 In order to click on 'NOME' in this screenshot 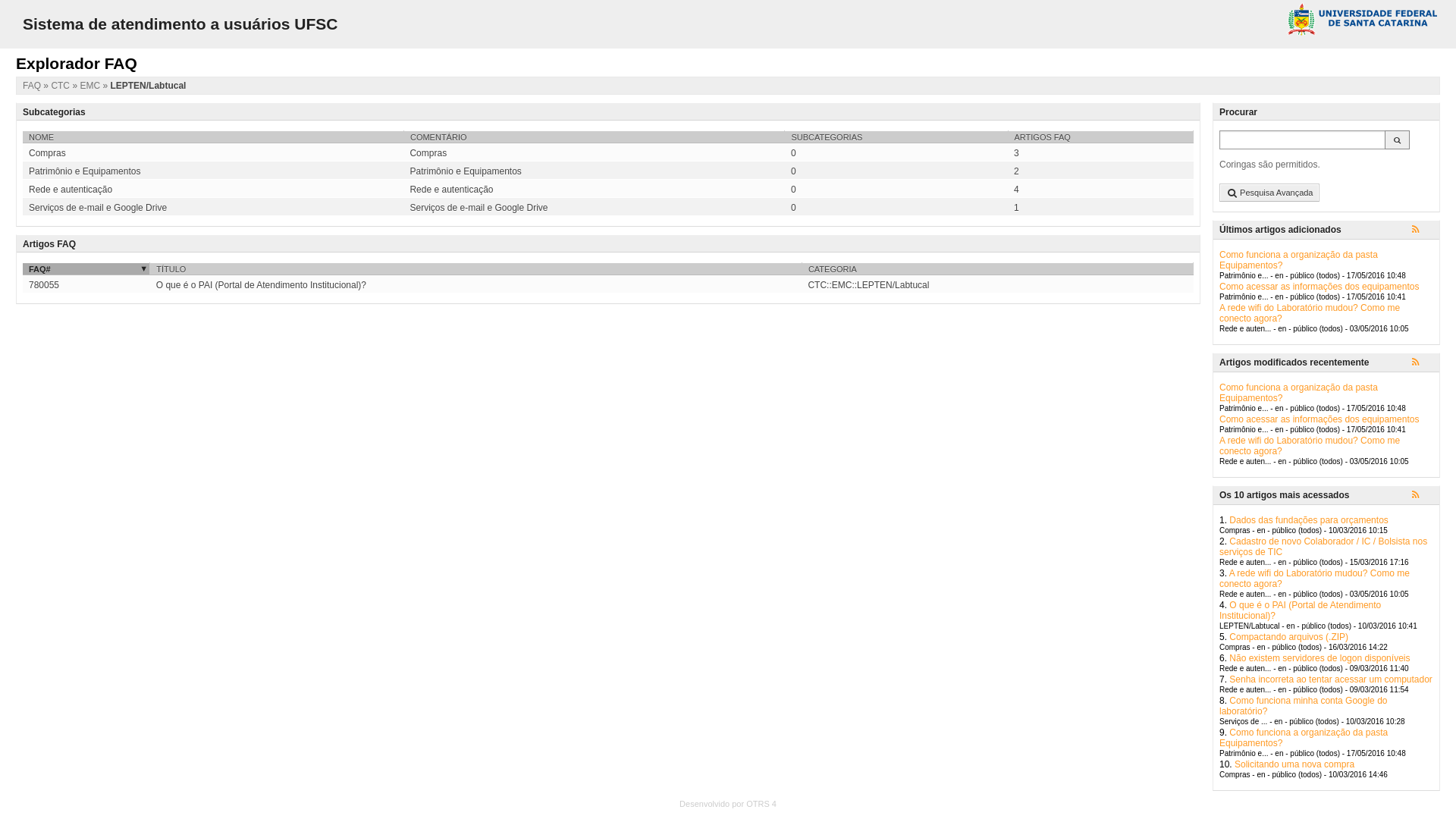, I will do `click(212, 136)`.